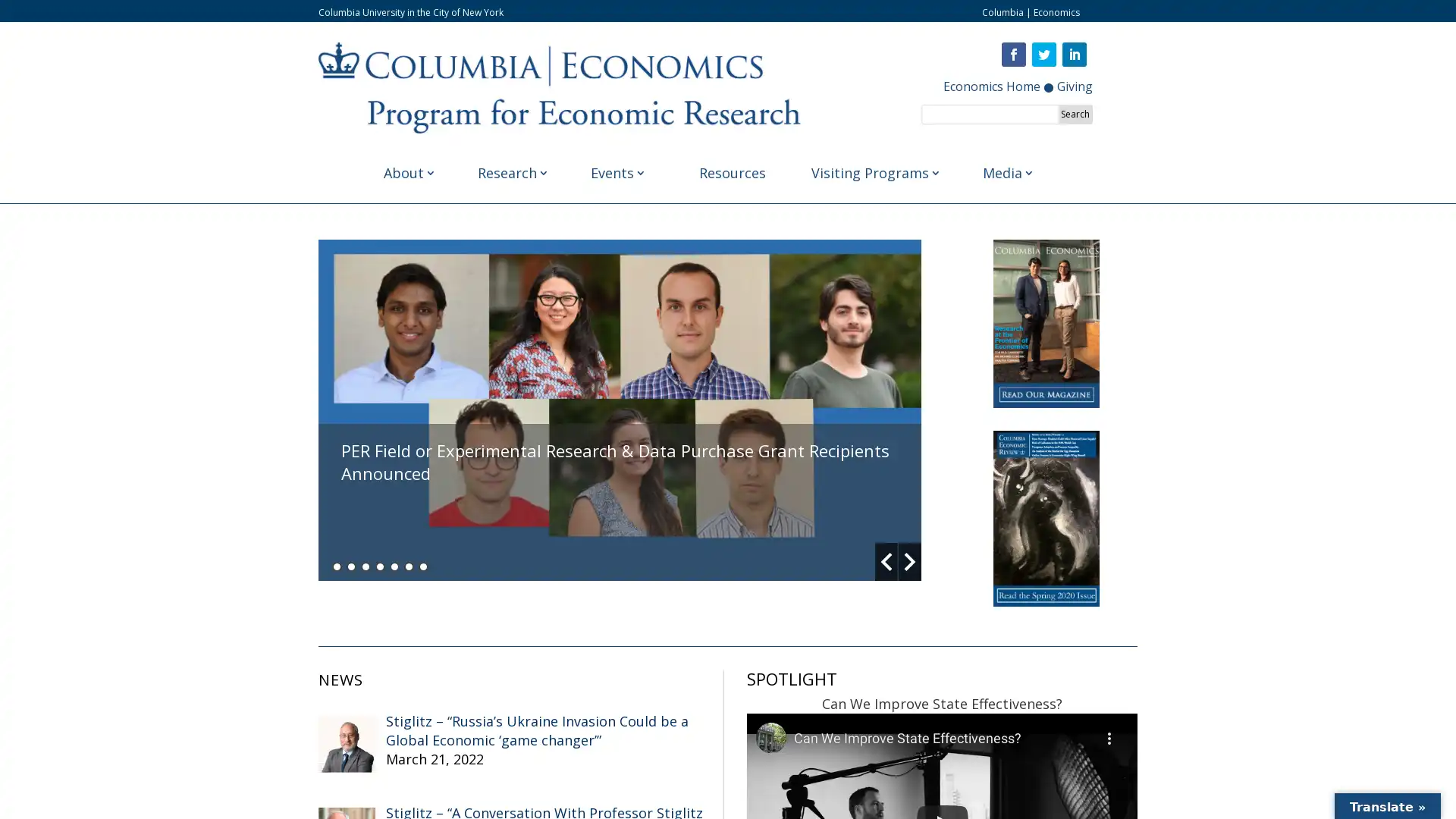 The height and width of the screenshot is (819, 1456). Describe the element at coordinates (366, 566) in the screenshot. I see `3` at that location.